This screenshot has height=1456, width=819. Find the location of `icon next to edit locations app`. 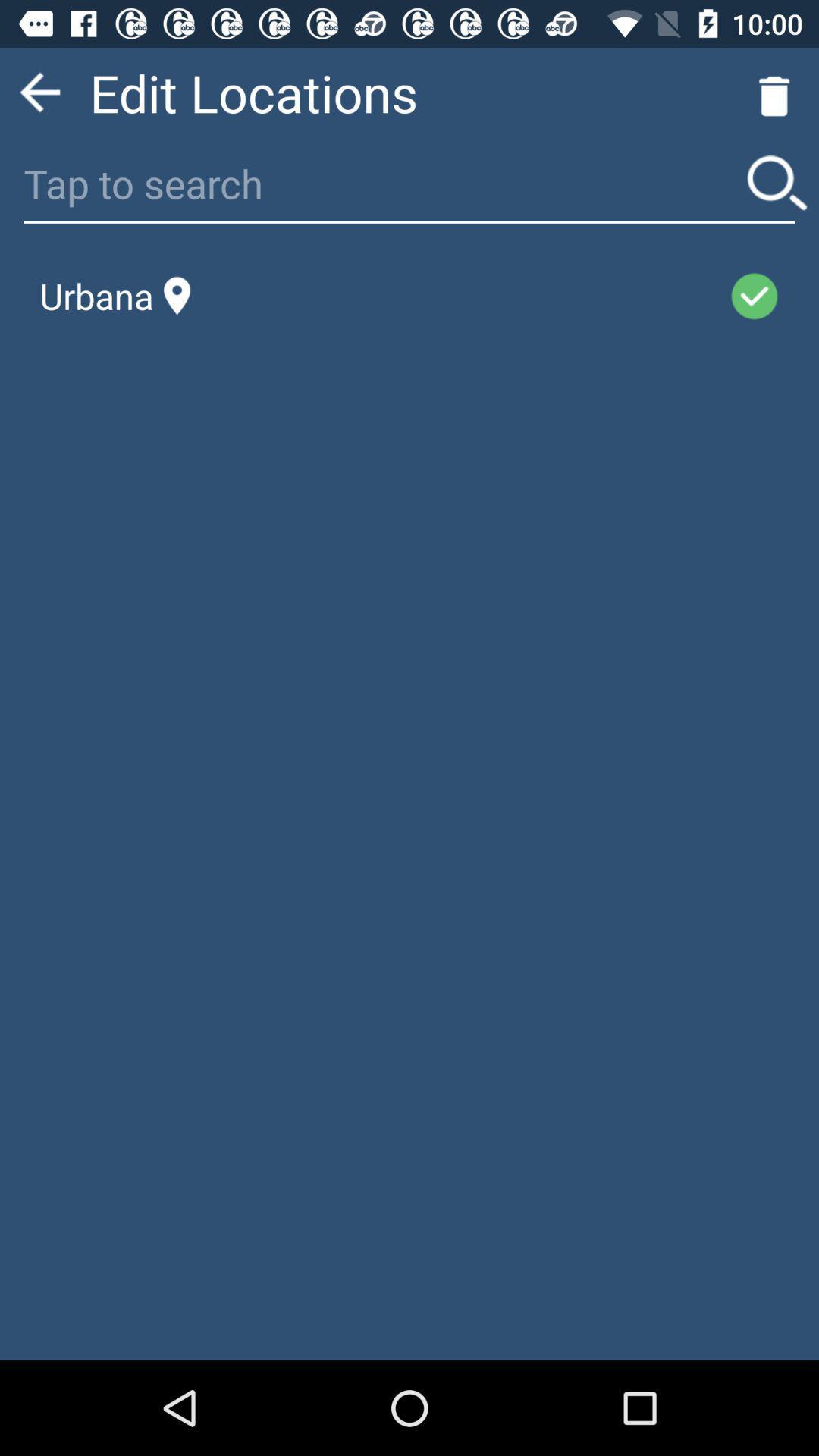

icon next to edit locations app is located at coordinates (39, 91).